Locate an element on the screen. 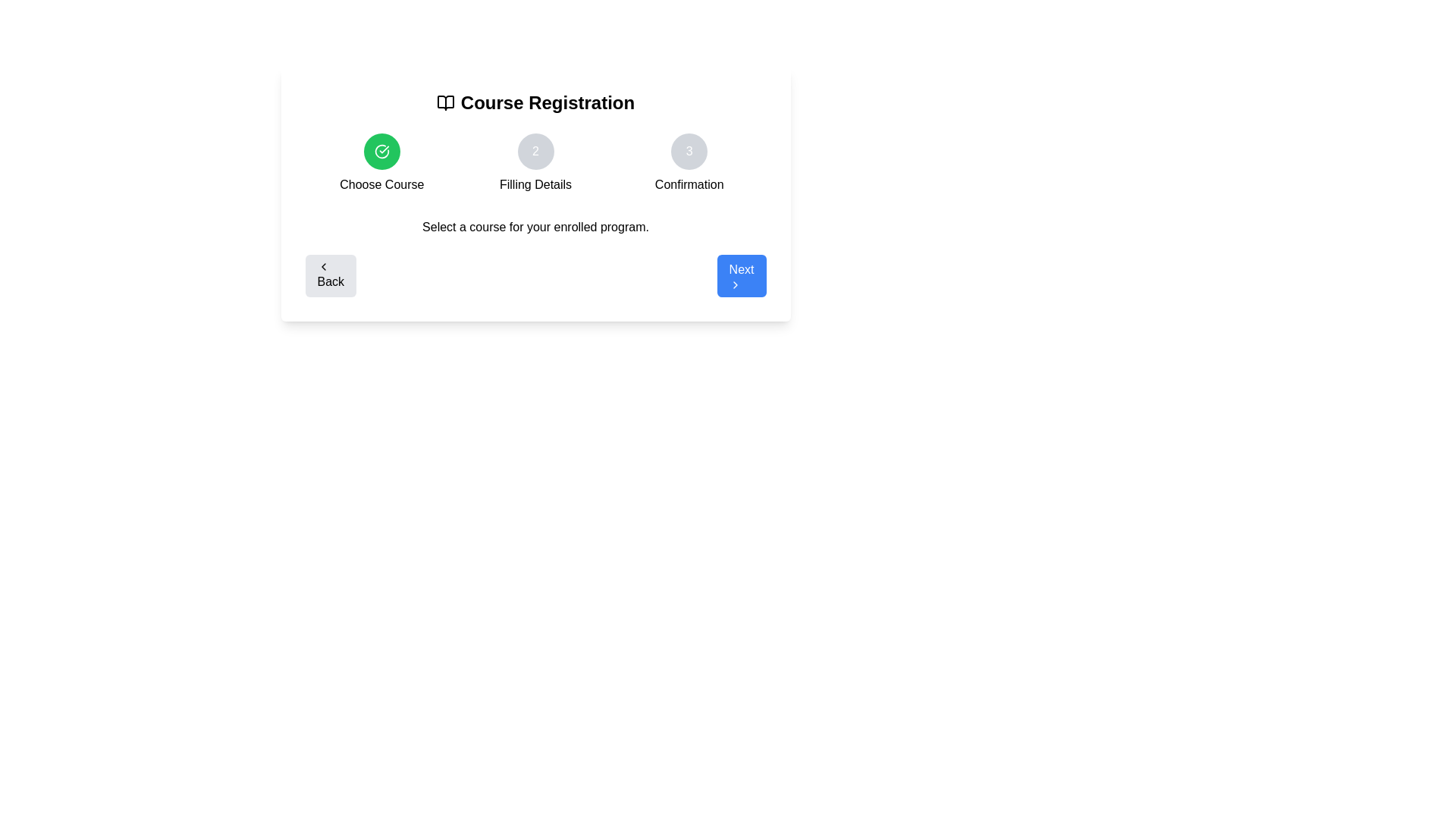 The height and width of the screenshot is (819, 1456). the 'Confirmation' step indicator, which is the third circle in a horizontal sequence of process steps is located at coordinates (689, 152).